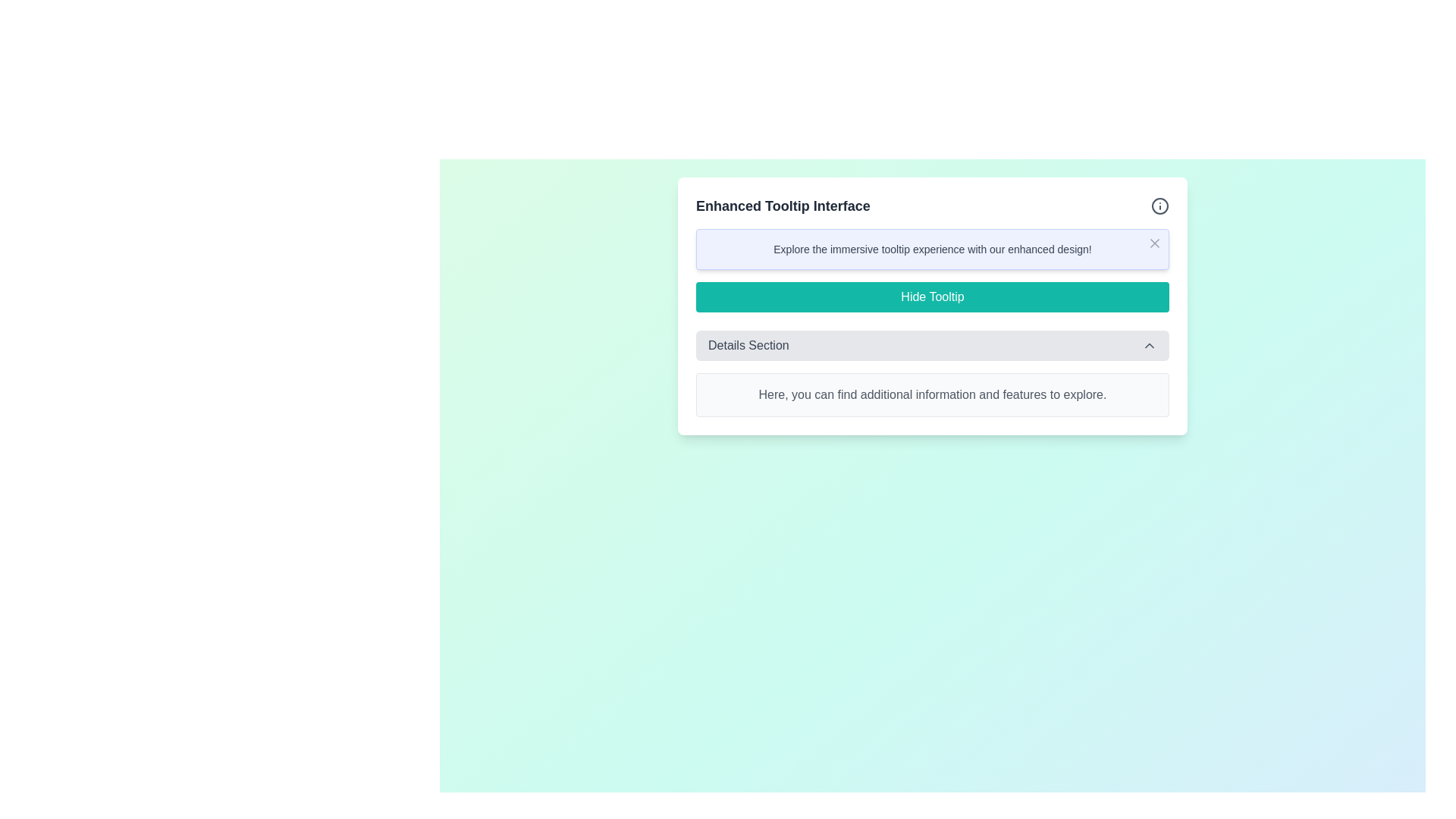 This screenshot has height=819, width=1456. Describe the element at coordinates (1153, 242) in the screenshot. I see `the cross-shaped icon located at the top-right corner of the 'Enhanced Tooltip Interface' modal to change its color` at that location.